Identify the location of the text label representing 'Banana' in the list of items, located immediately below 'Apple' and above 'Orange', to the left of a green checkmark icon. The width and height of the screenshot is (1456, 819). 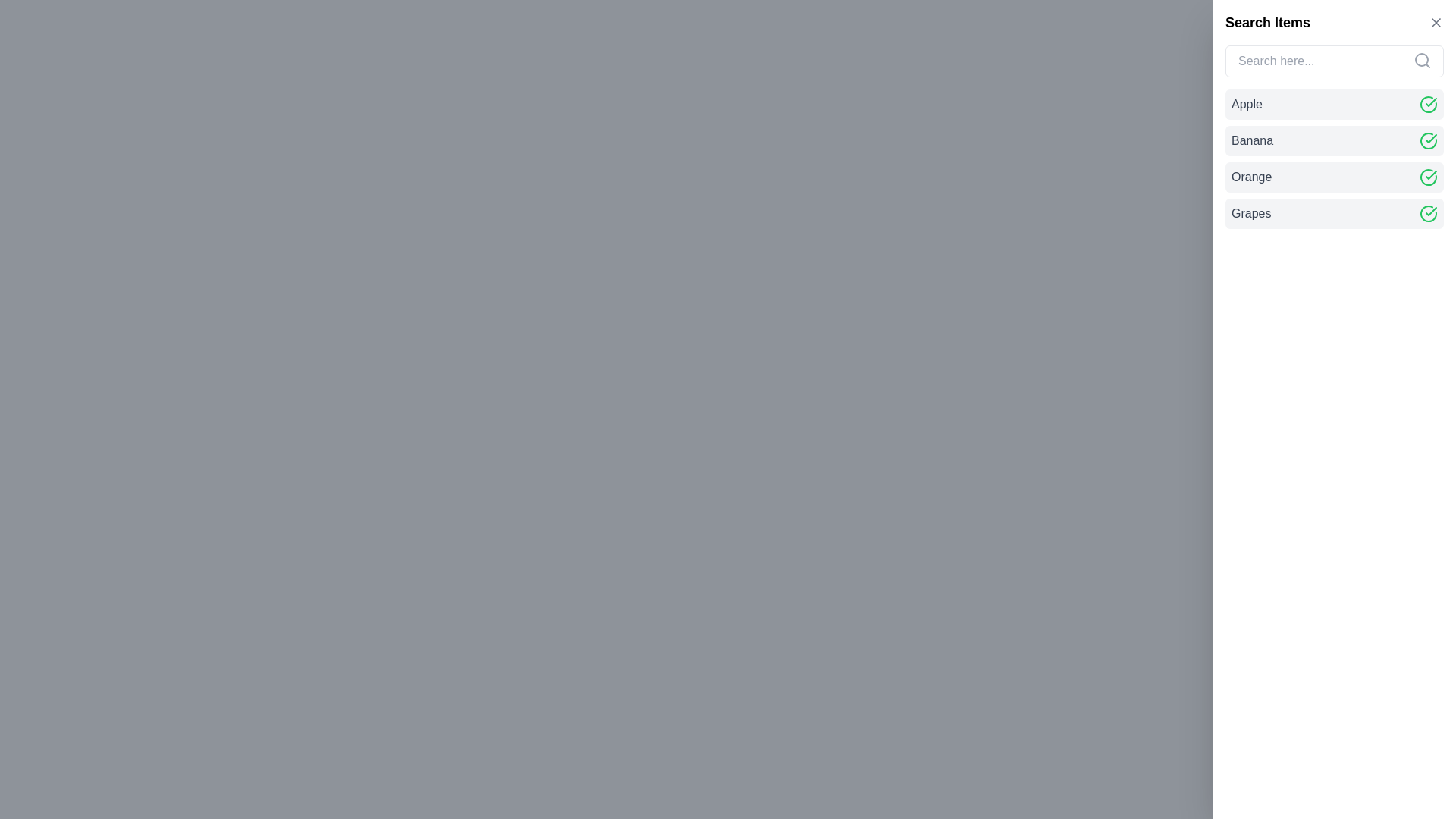
(1252, 140).